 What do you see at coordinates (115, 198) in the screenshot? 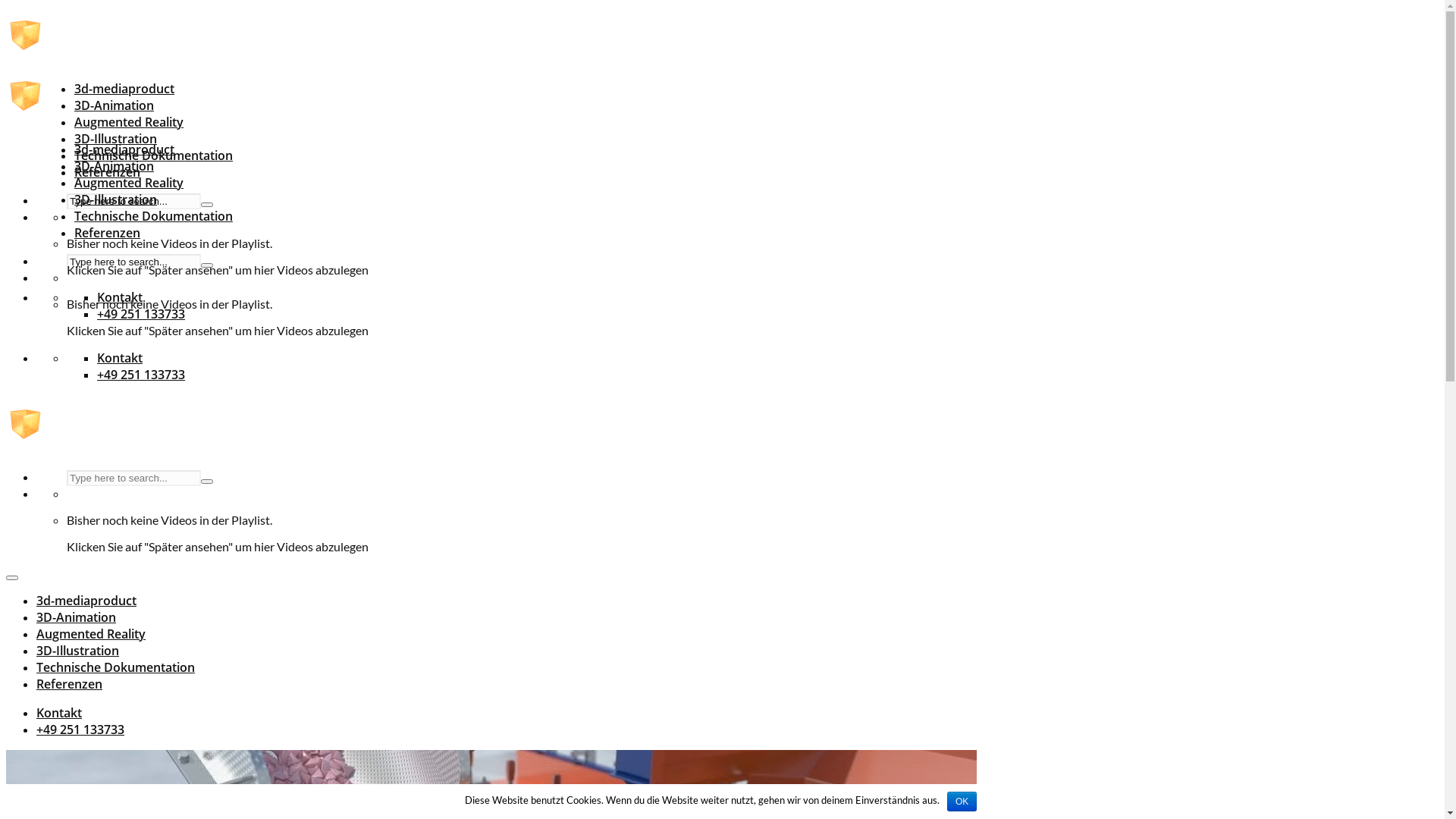
I see `'3D-Illustration'` at bounding box center [115, 198].